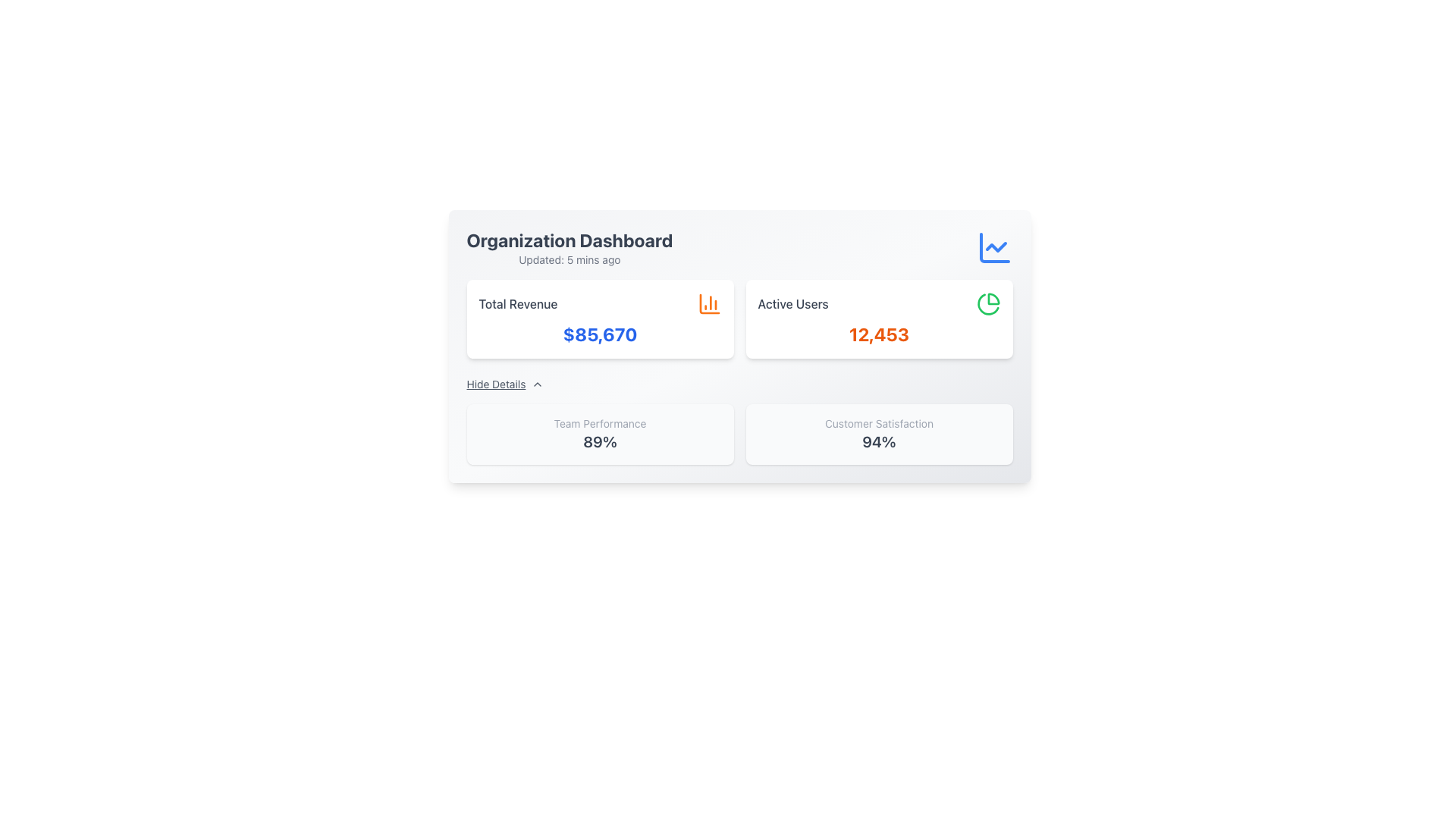 The image size is (1456, 819). I want to click on percentage value (89%) displayed on the Informational card labeled 'Team Performance', located in the lower left section of the interface, under the heading 'Hide Details', so click(599, 435).